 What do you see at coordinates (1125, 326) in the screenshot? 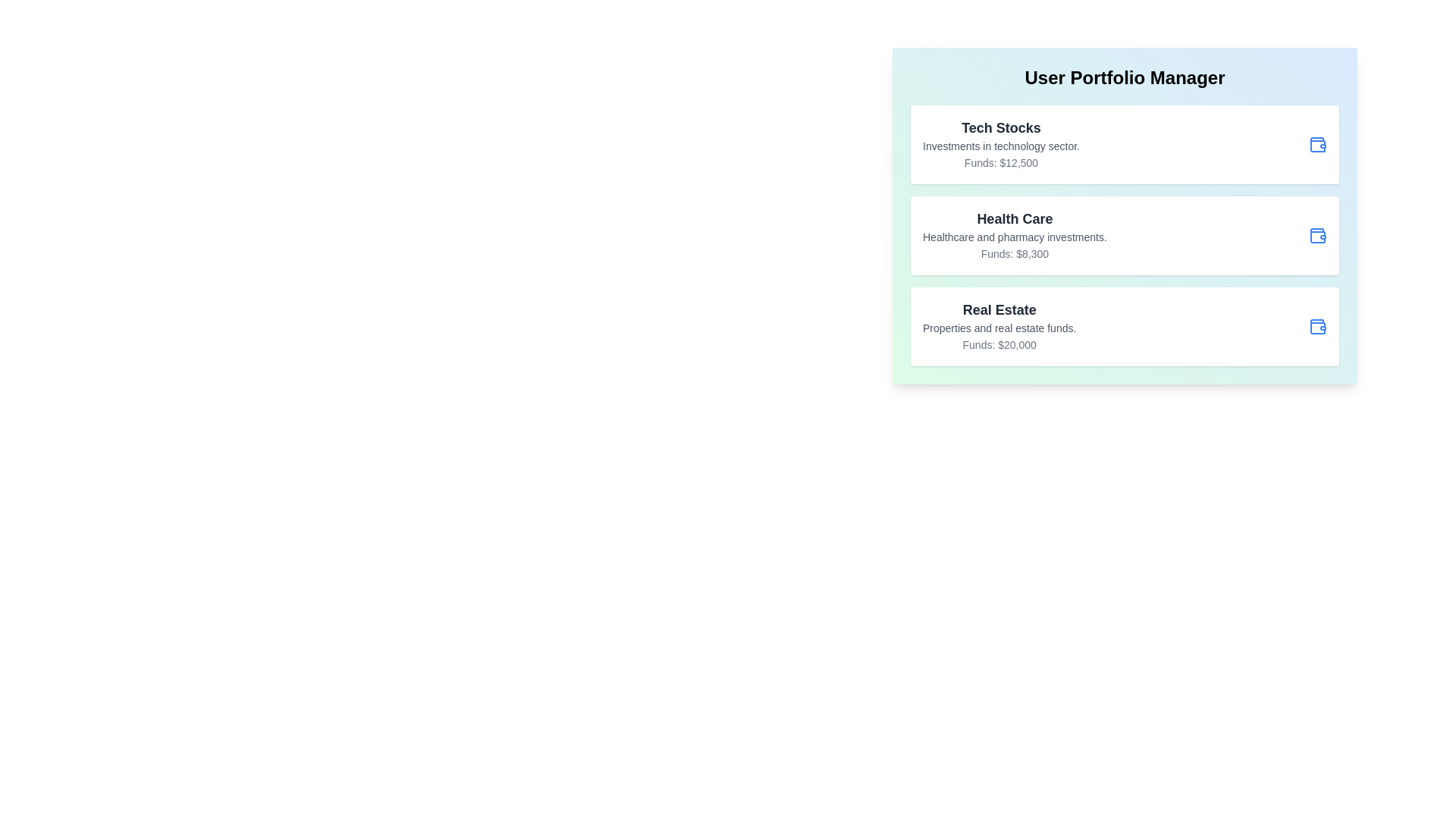
I see `the portfolio item labeled Real Estate` at bounding box center [1125, 326].